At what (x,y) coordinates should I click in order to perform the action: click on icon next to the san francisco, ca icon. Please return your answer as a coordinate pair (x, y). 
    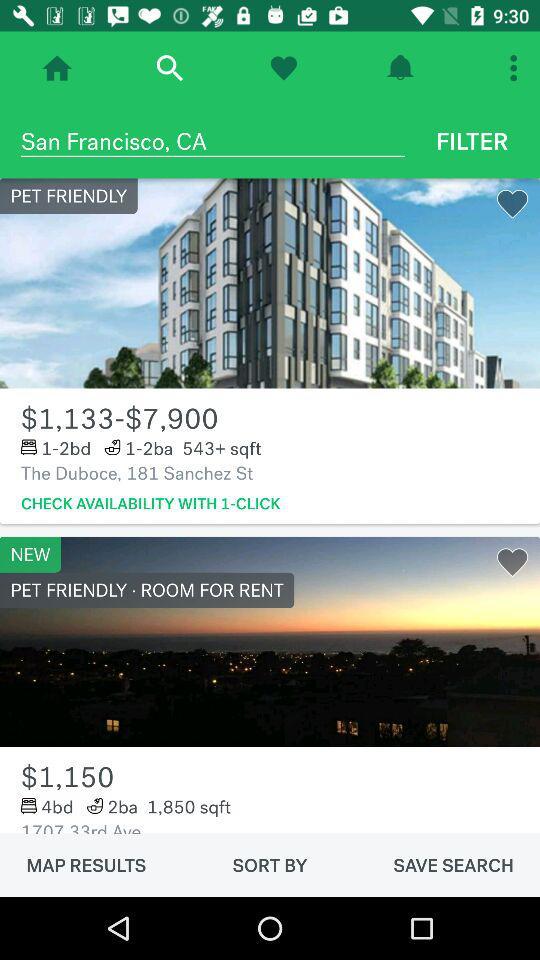
    Looking at the image, I should click on (472, 140).